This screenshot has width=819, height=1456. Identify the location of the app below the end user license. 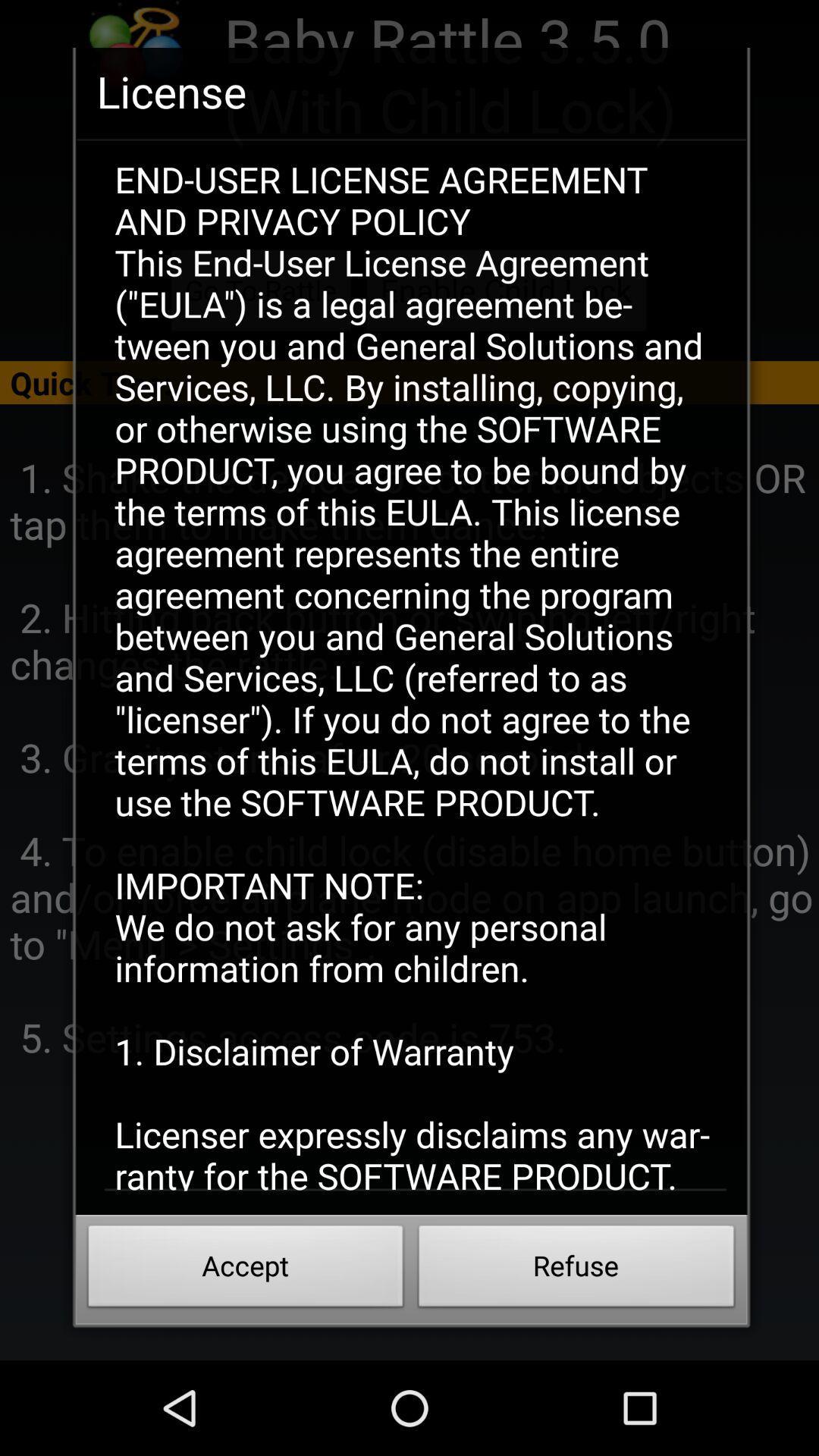
(245, 1270).